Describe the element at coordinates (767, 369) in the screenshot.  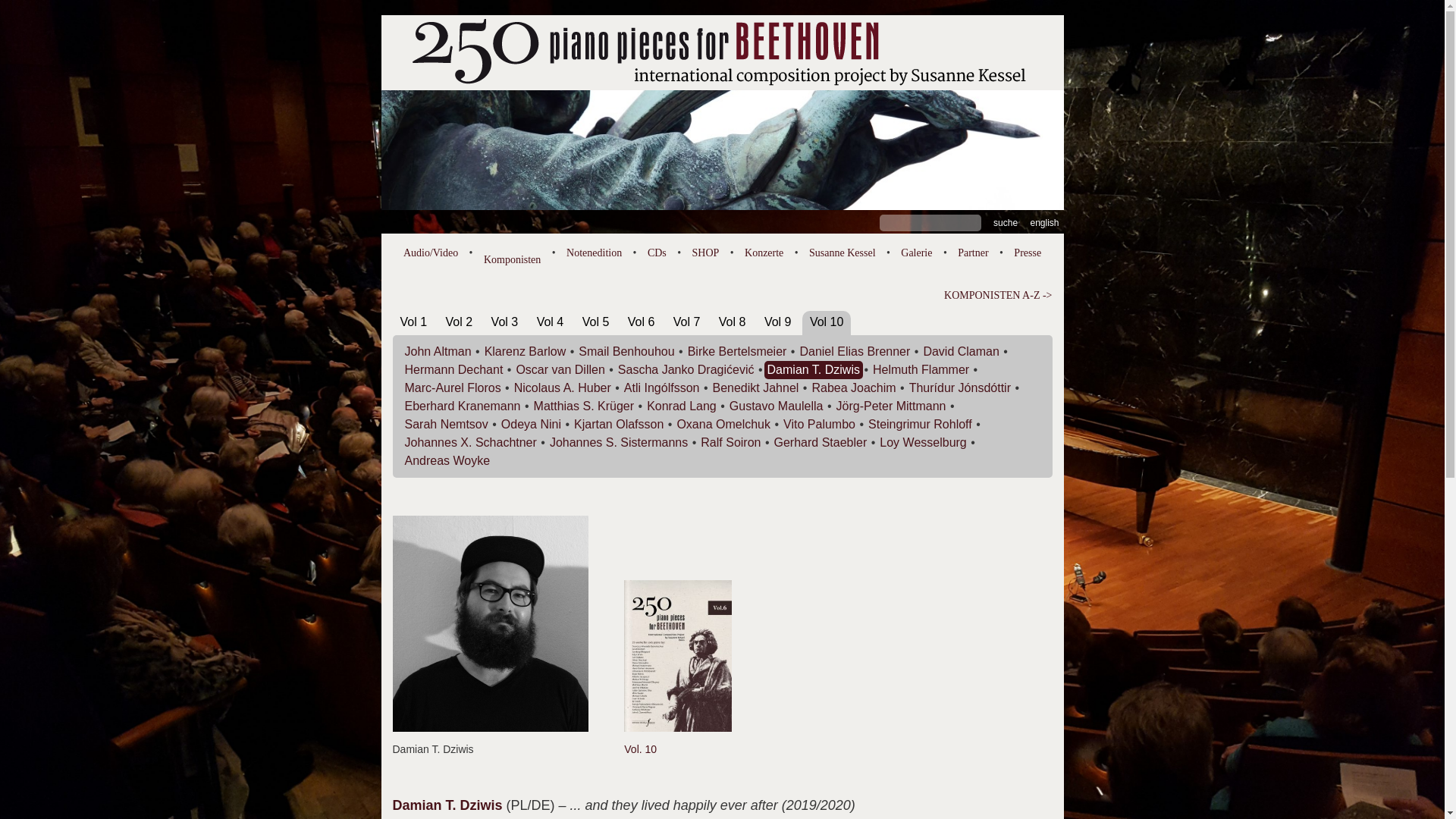
I see `'Damian T. Dziwis'` at that location.